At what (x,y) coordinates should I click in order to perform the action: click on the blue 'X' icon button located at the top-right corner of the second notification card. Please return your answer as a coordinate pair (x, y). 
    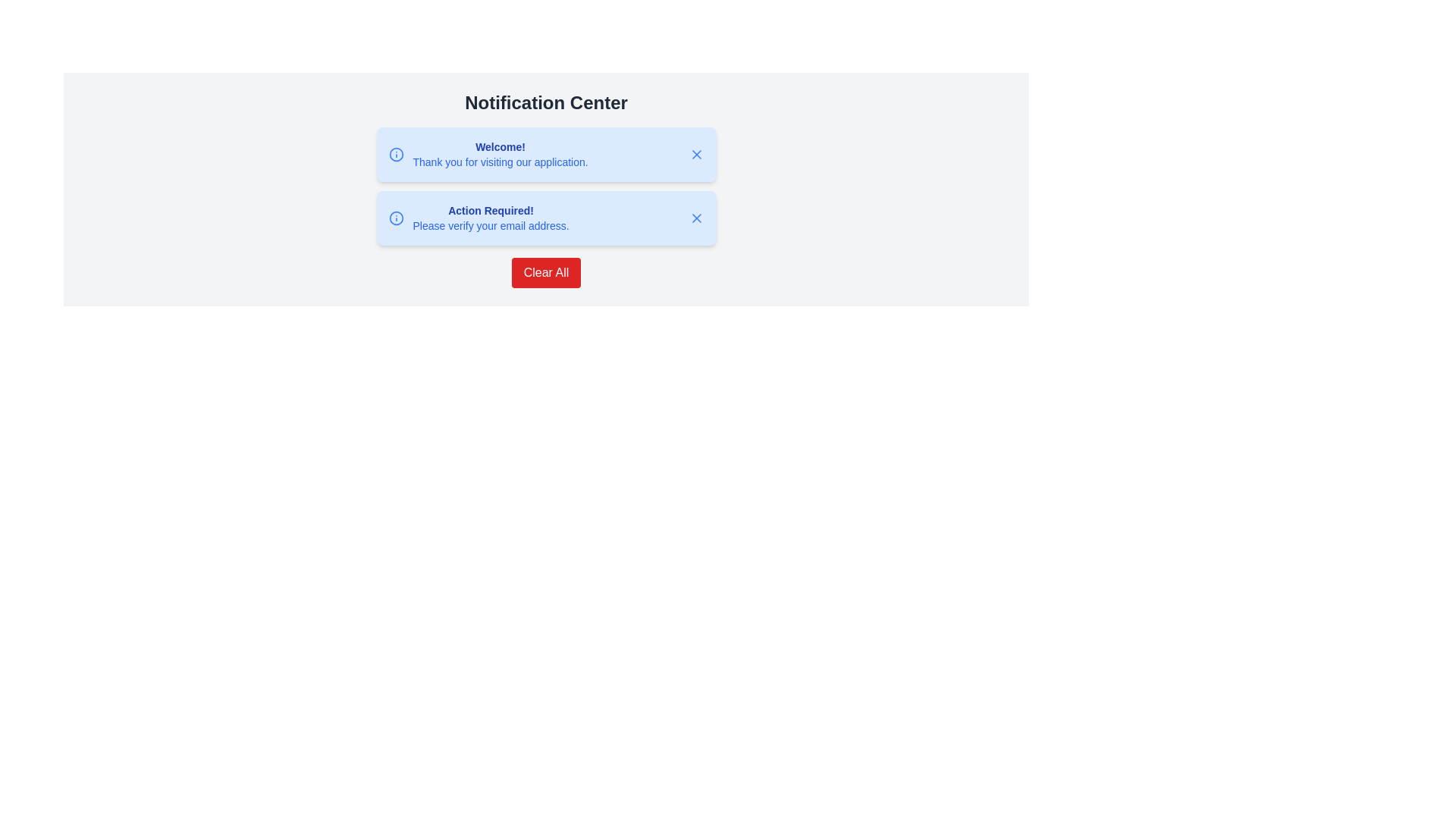
    Looking at the image, I should click on (695, 218).